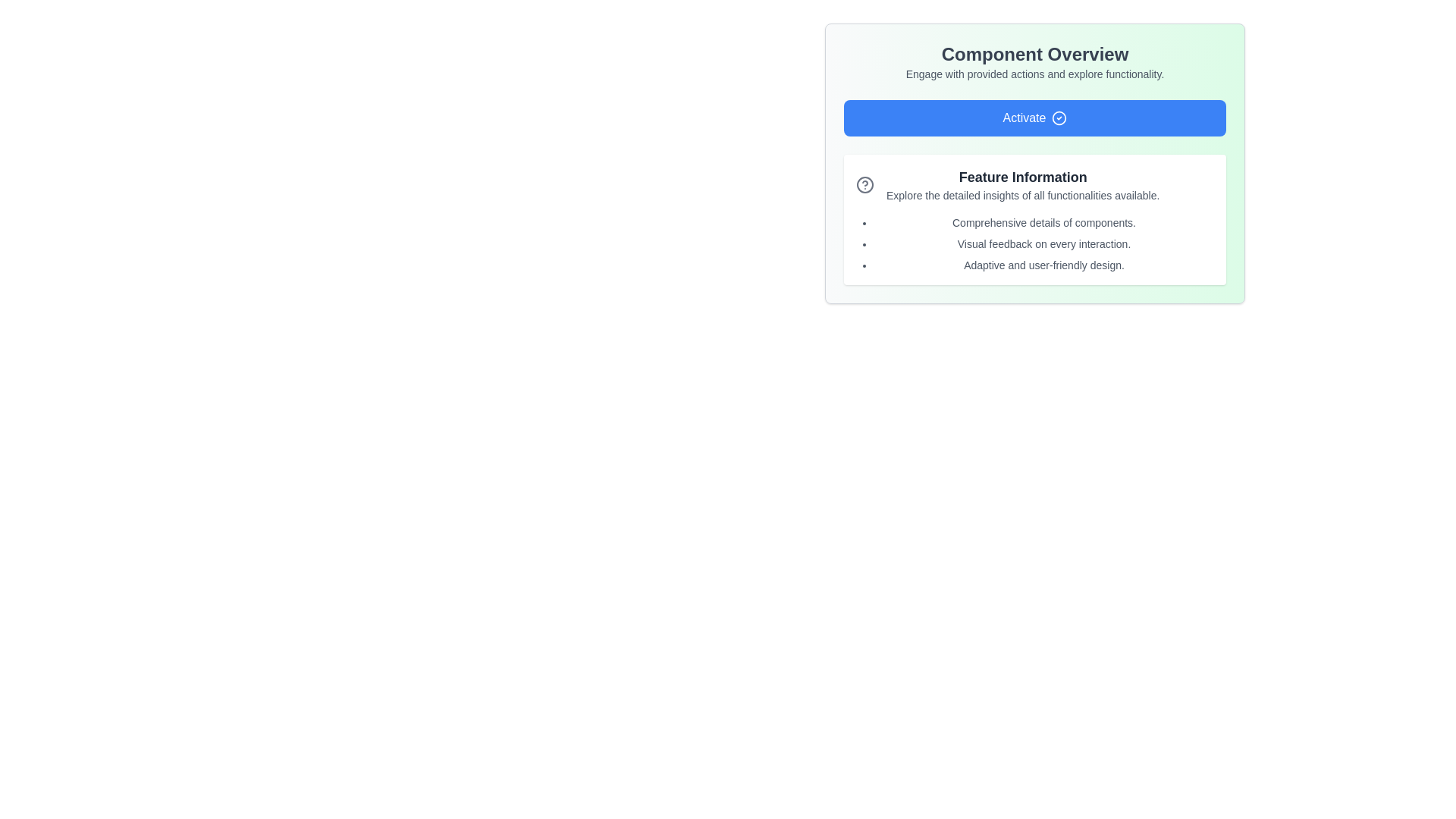 The image size is (1456, 819). Describe the element at coordinates (865, 184) in the screenshot. I see `the central circular portion of the help or information icon represented as an SVG element, which visually indicates support or guidance` at that location.